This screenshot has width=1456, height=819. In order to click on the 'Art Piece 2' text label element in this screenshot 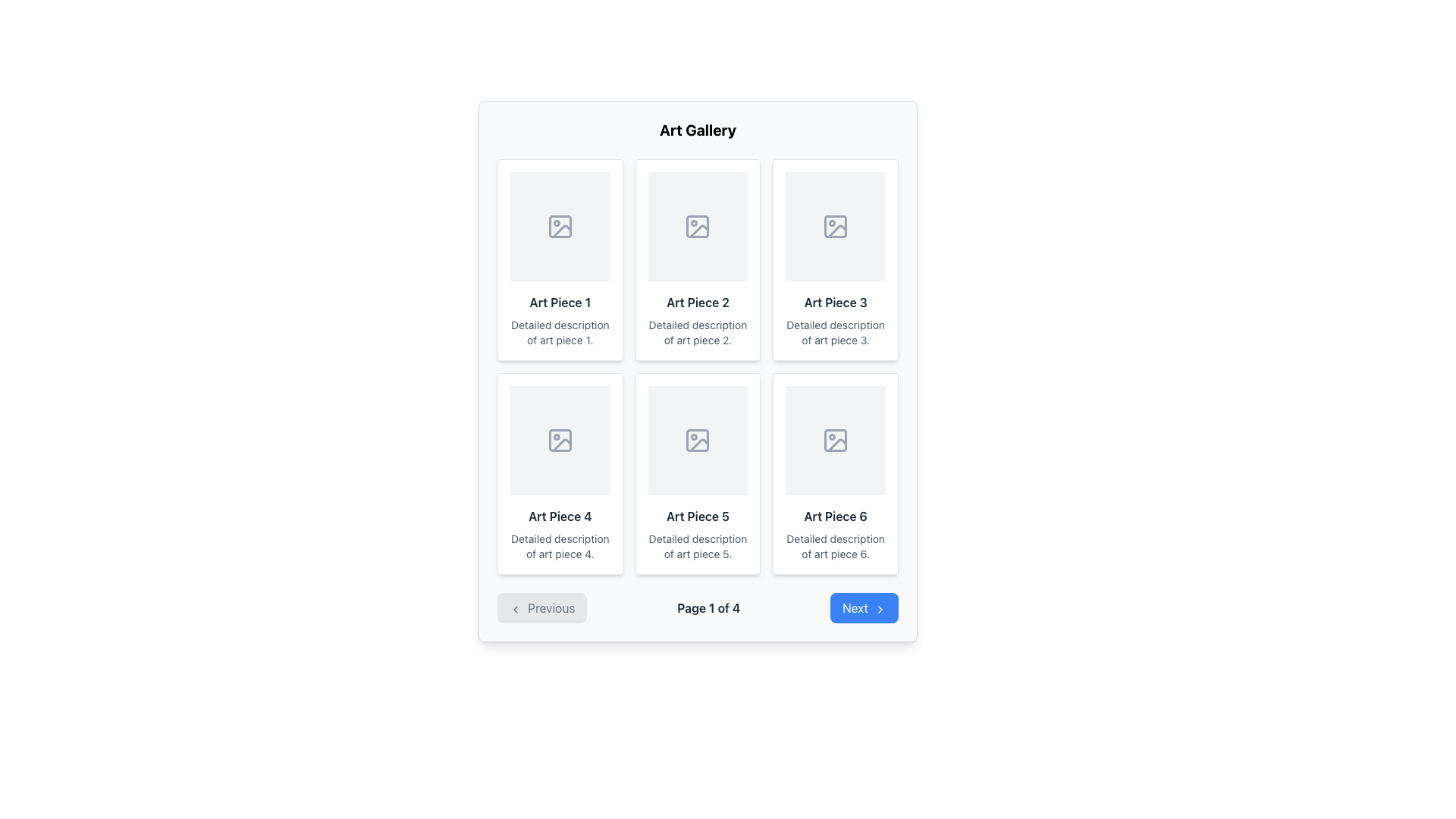, I will do `click(697, 302)`.